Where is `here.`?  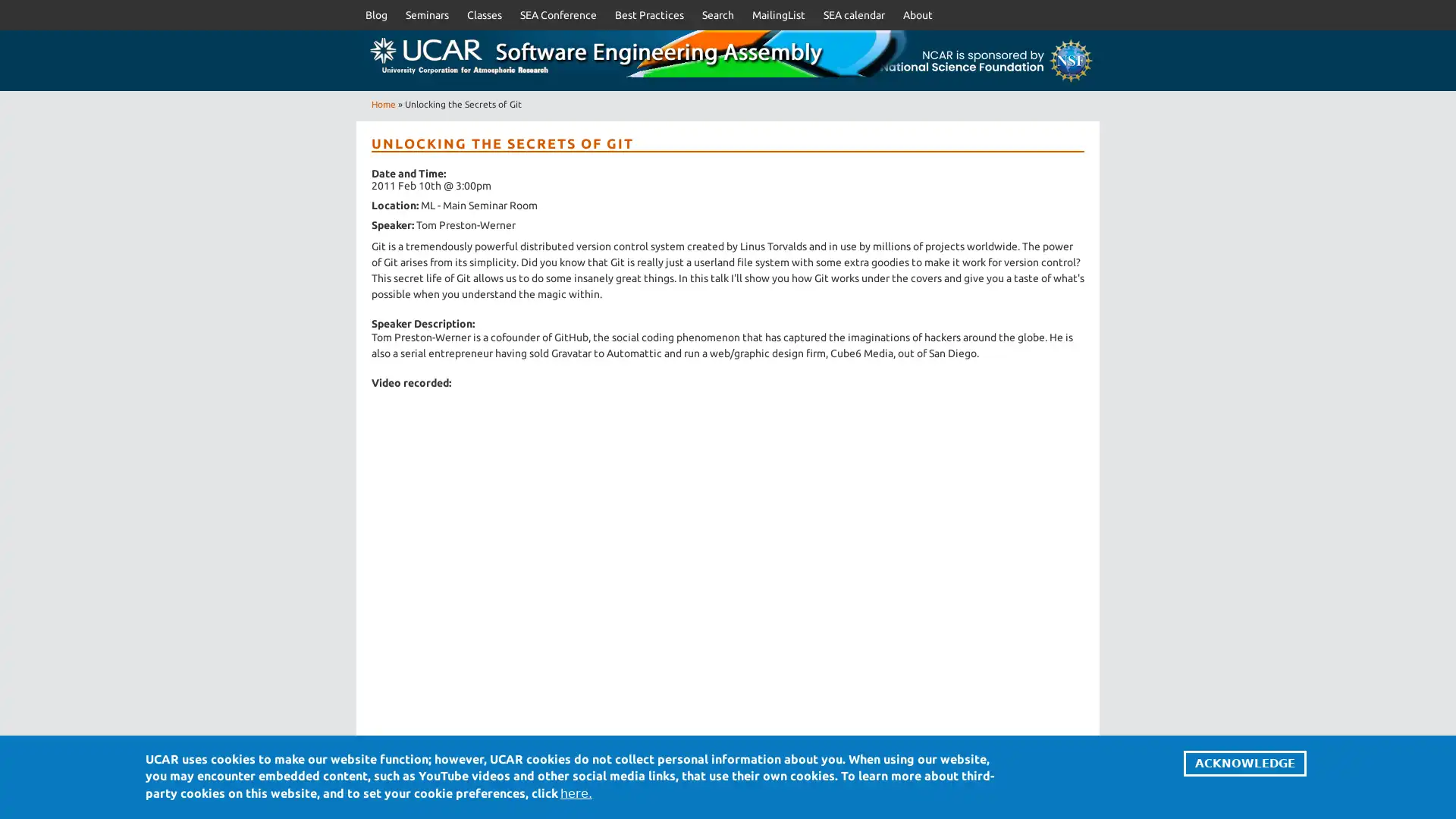
here. is located at coordinates (575, 792).